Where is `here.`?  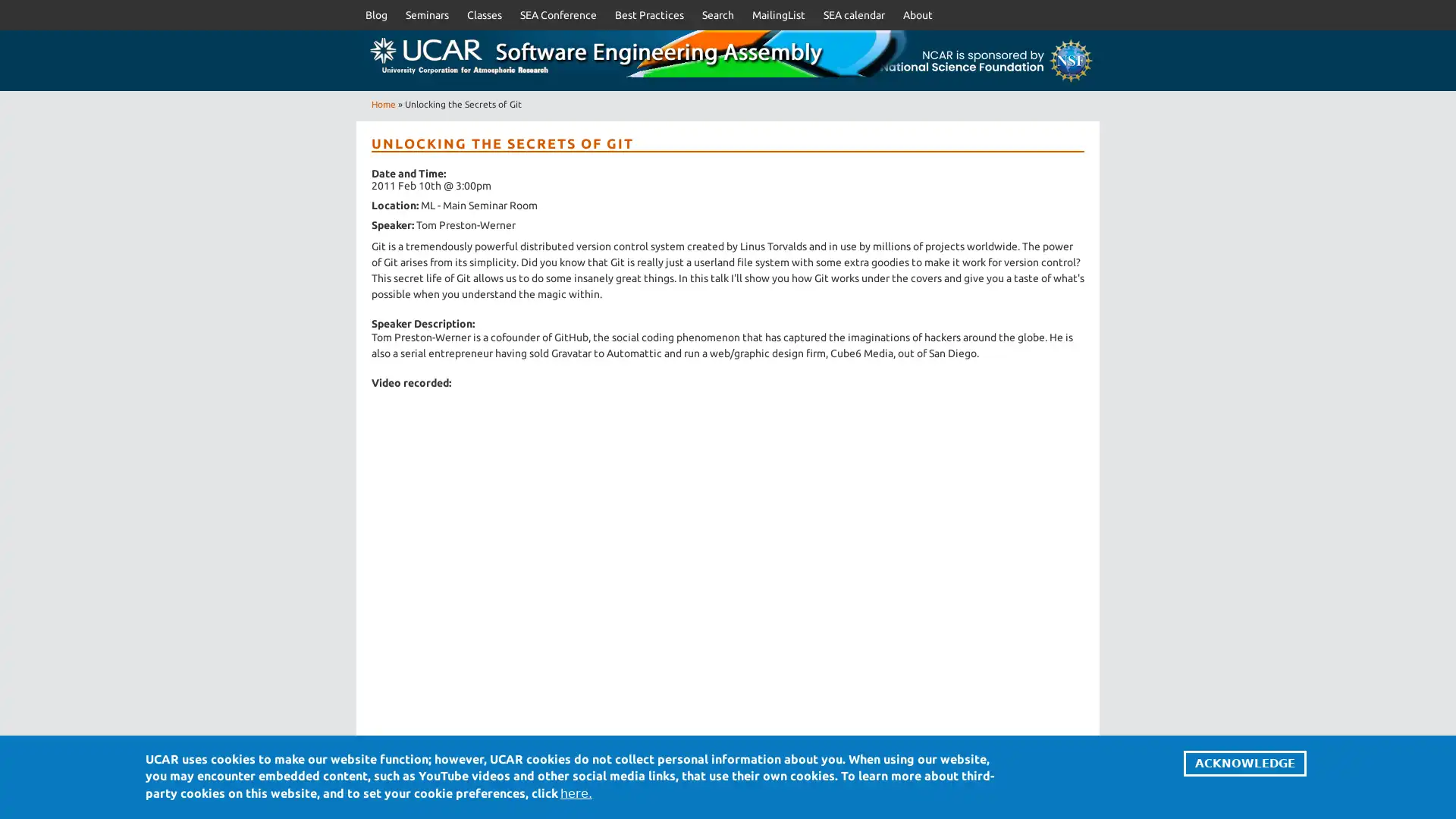
here. is located at coordinates (575, 792).